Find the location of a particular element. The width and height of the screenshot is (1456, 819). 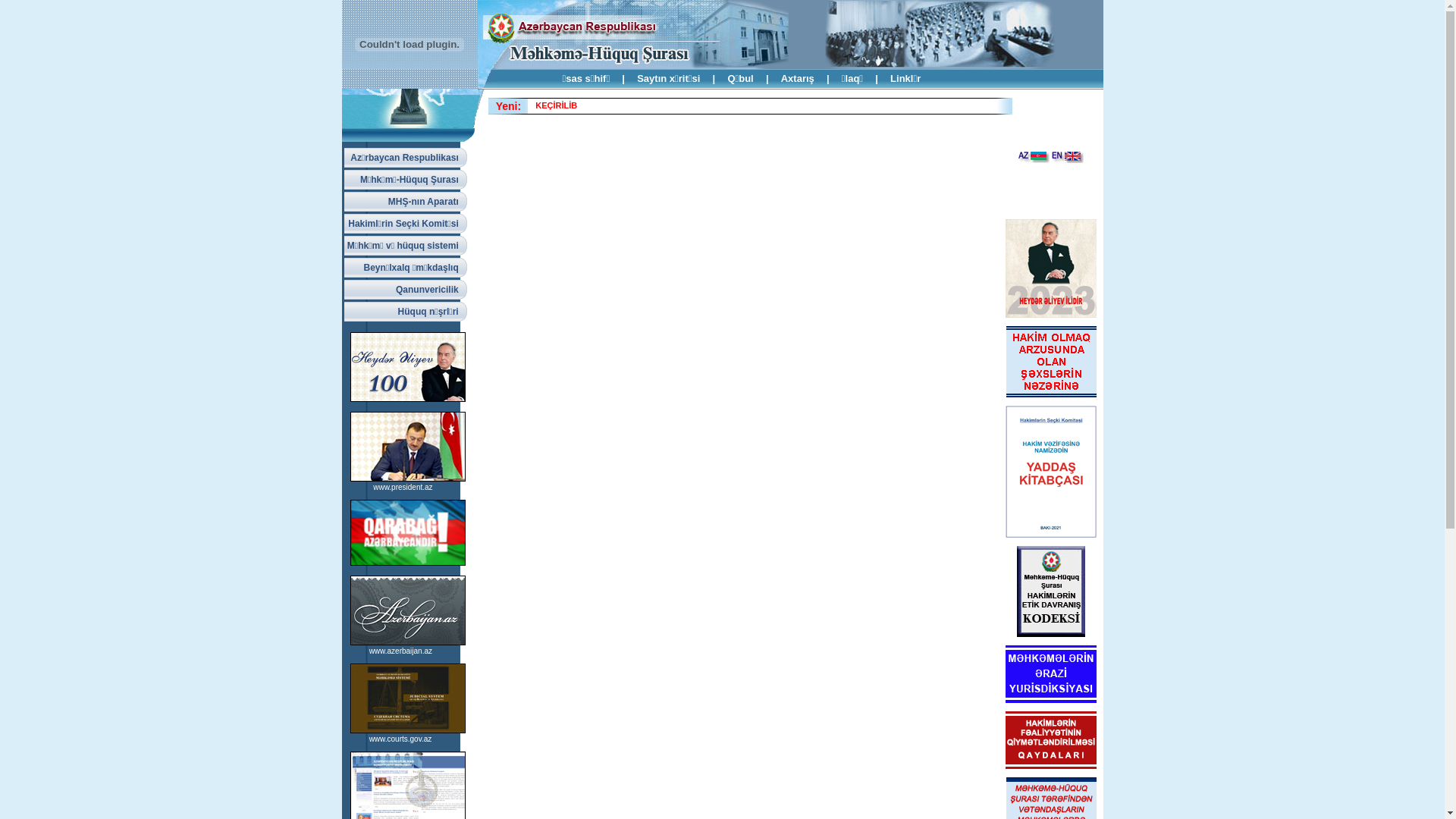

'www.courts.gov.az' is located at coordinates (400, 738).